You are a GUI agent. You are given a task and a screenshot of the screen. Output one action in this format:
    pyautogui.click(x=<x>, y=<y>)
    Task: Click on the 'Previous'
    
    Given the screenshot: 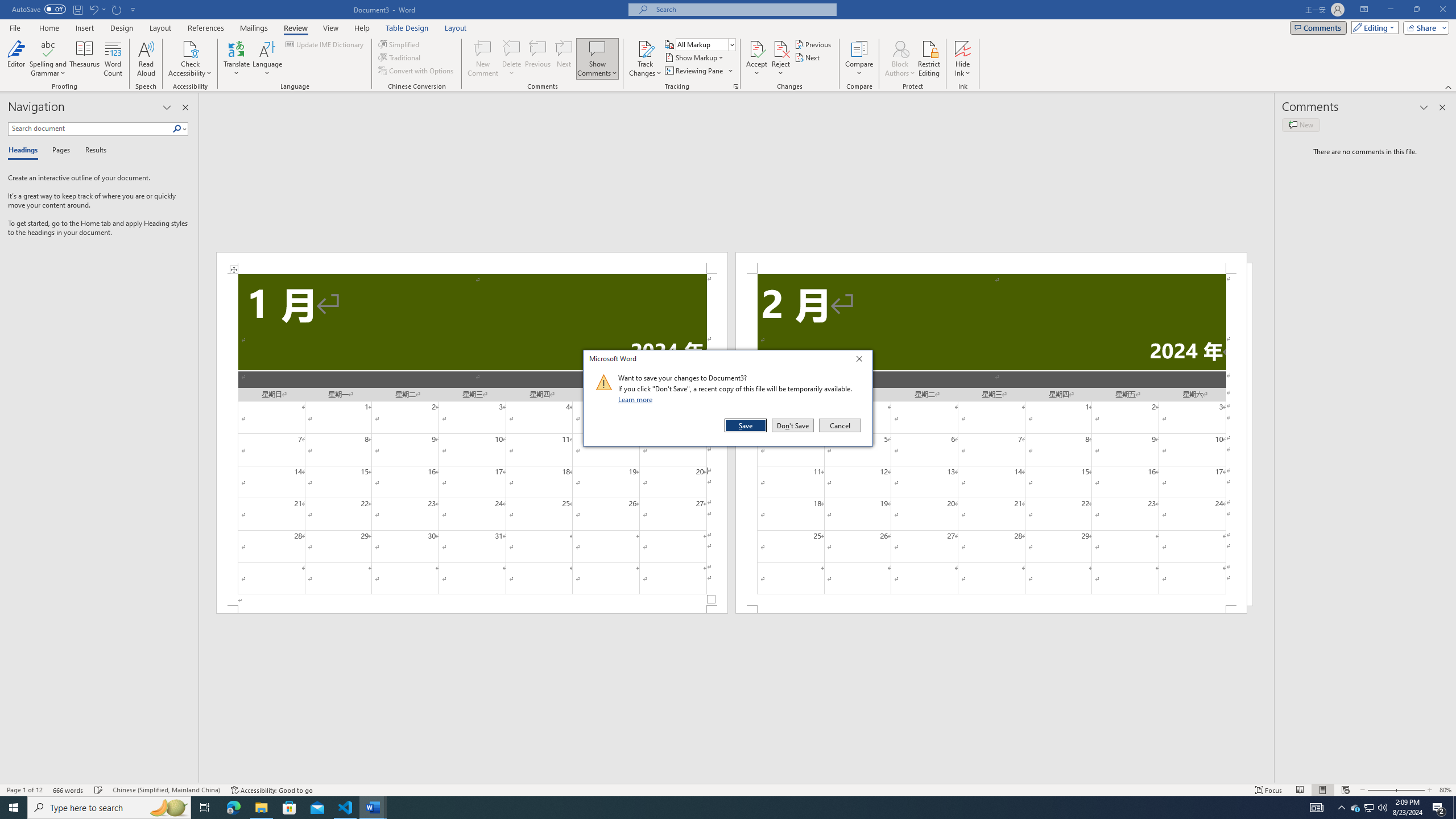 What is the action you would take?
    pyautogui.click(x=813, y=44)
    